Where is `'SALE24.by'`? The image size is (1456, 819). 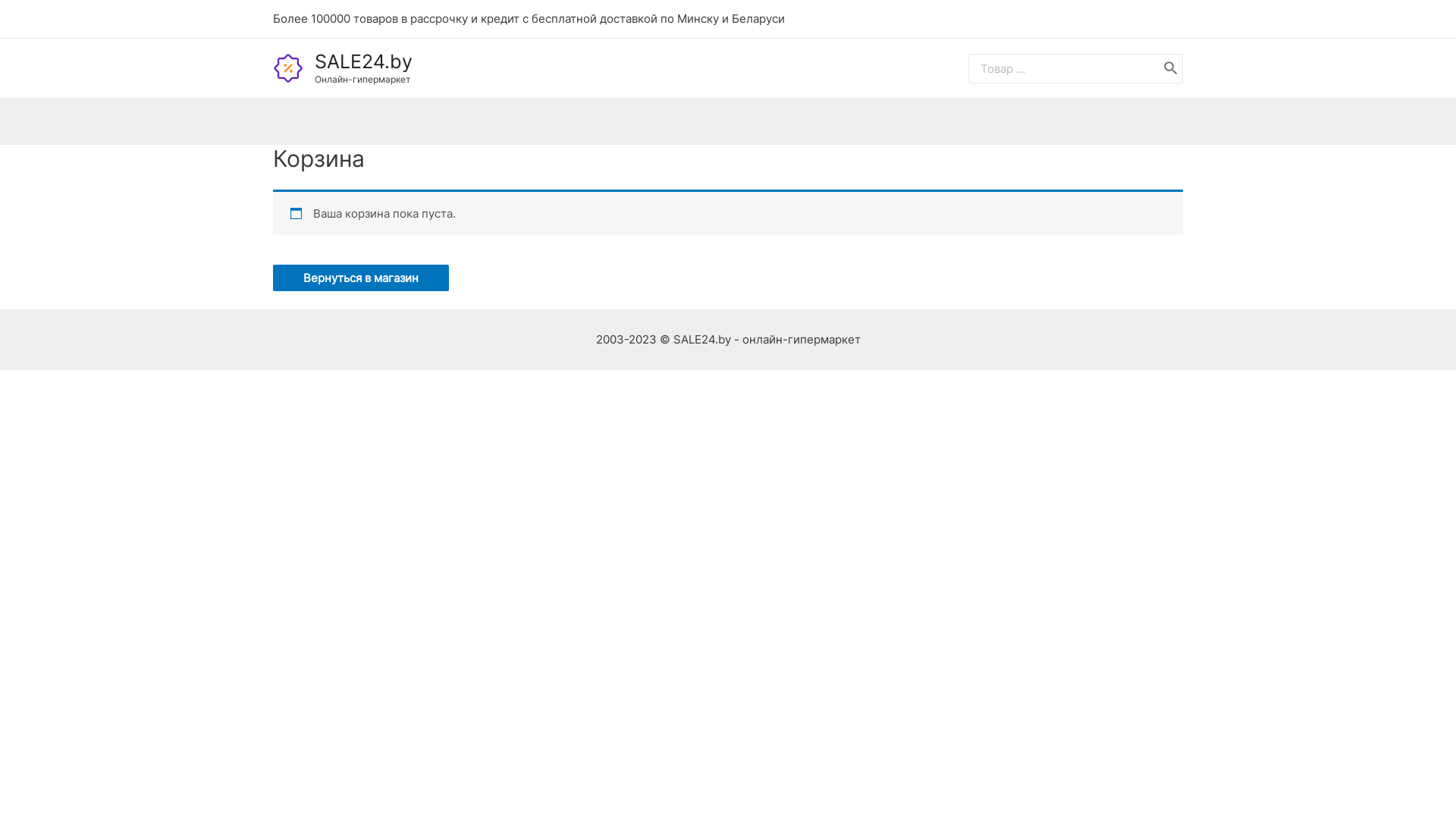 'SALE24.by' is located at coordinates (362, 61).